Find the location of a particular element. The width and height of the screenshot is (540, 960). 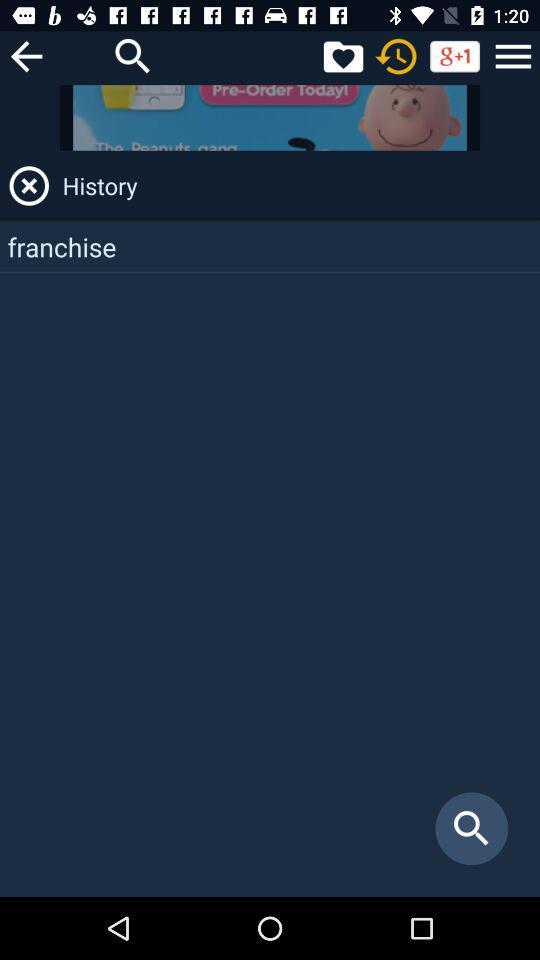

the favorite icon is located at coordinates (342, 55).